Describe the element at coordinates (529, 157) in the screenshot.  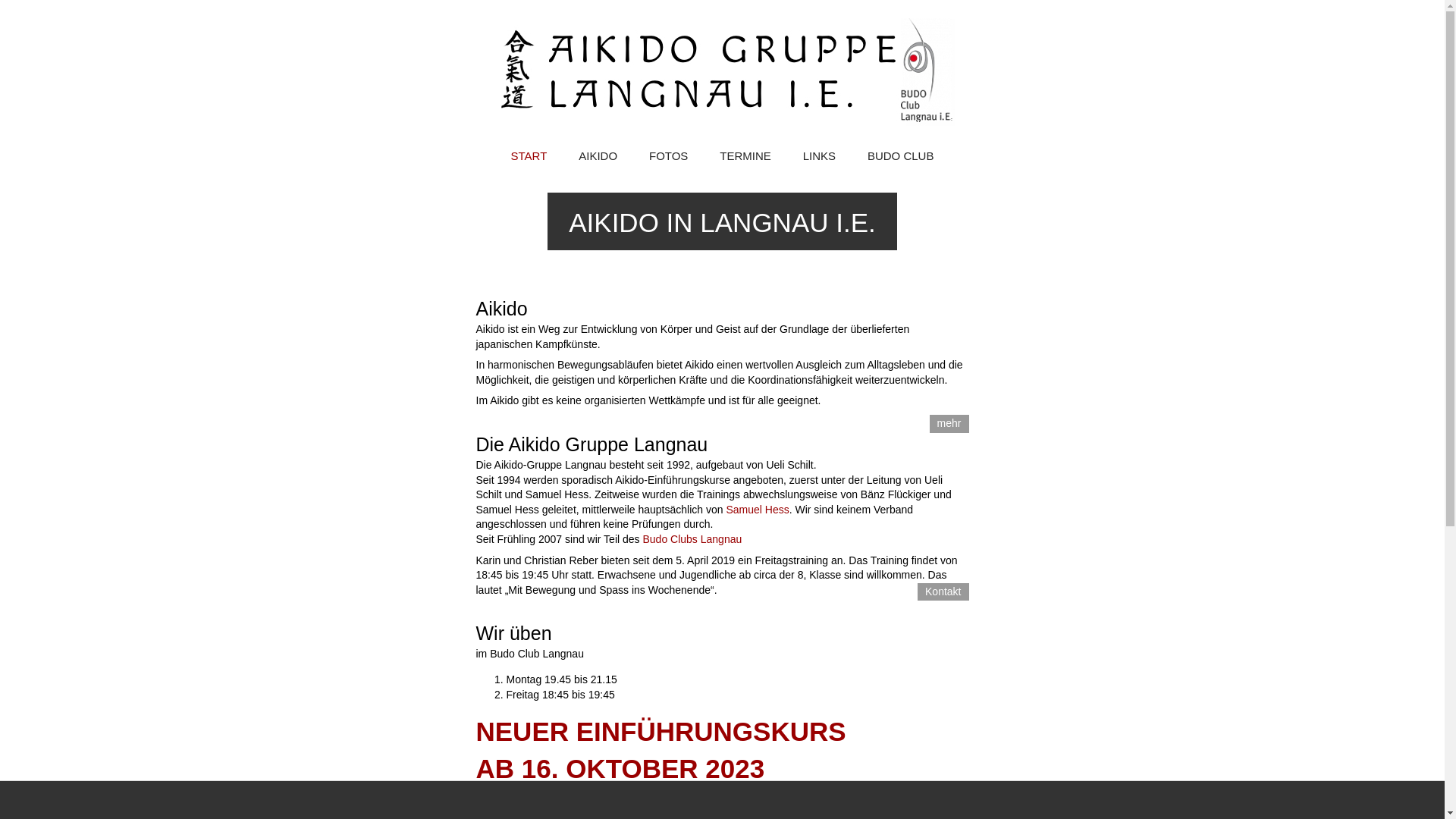
I see `'START'` at that location.